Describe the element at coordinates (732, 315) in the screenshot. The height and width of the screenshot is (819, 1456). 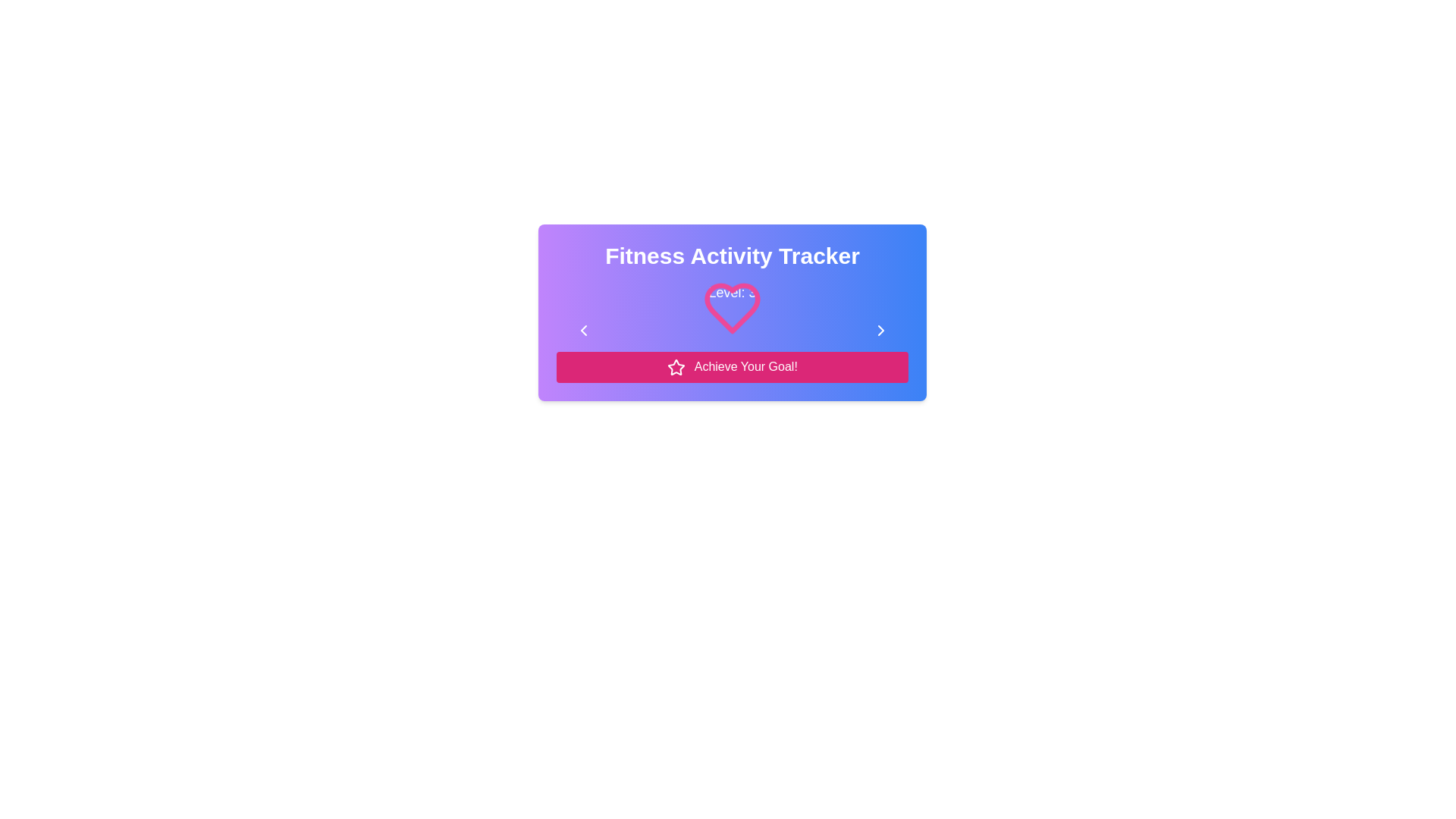
I see `the heart-shaped vector graphic icon in the 'Fitness Activity Tracker' panel, which is rendered in light pink and features a bounce animation effect` at that location.